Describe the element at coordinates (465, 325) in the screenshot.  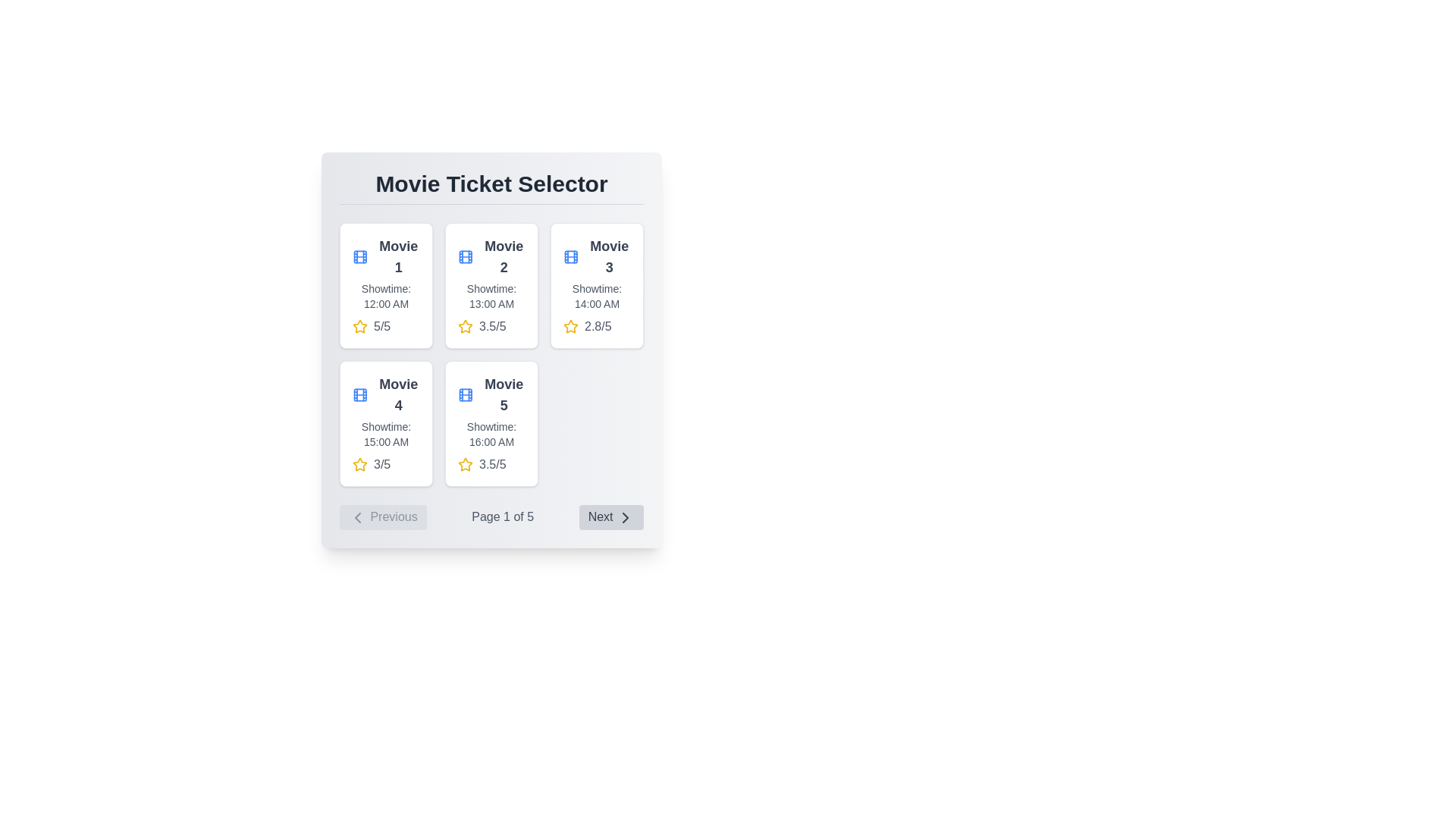
I see `the star icon representing the user rating system located on the second row of the grid in the 'Movie 2' card, positioned below the title and above the text '3.5/5' to rate or interact with it` at that location.